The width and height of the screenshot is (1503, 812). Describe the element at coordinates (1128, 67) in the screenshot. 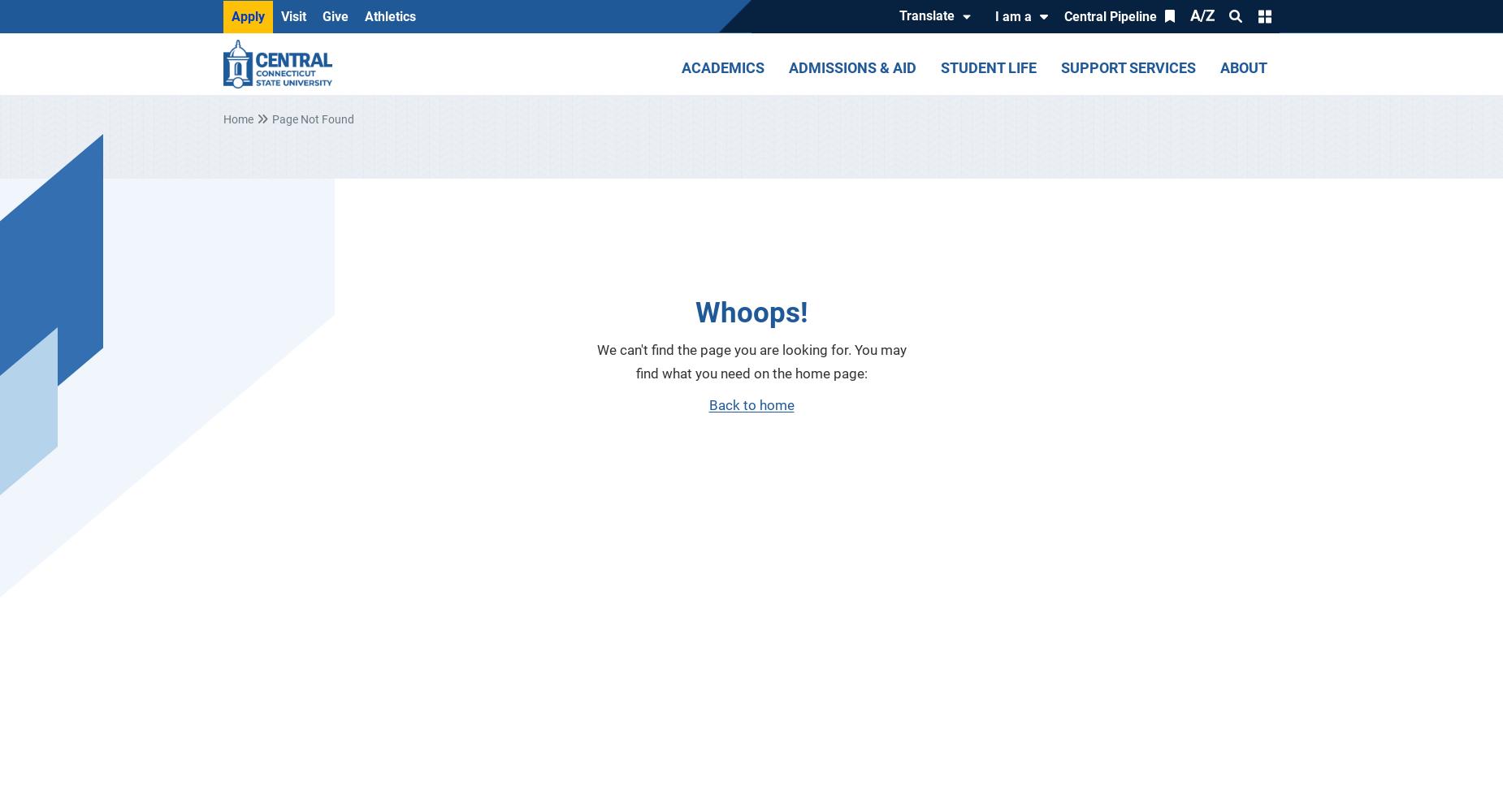

I see `'Support Services'` at that location.